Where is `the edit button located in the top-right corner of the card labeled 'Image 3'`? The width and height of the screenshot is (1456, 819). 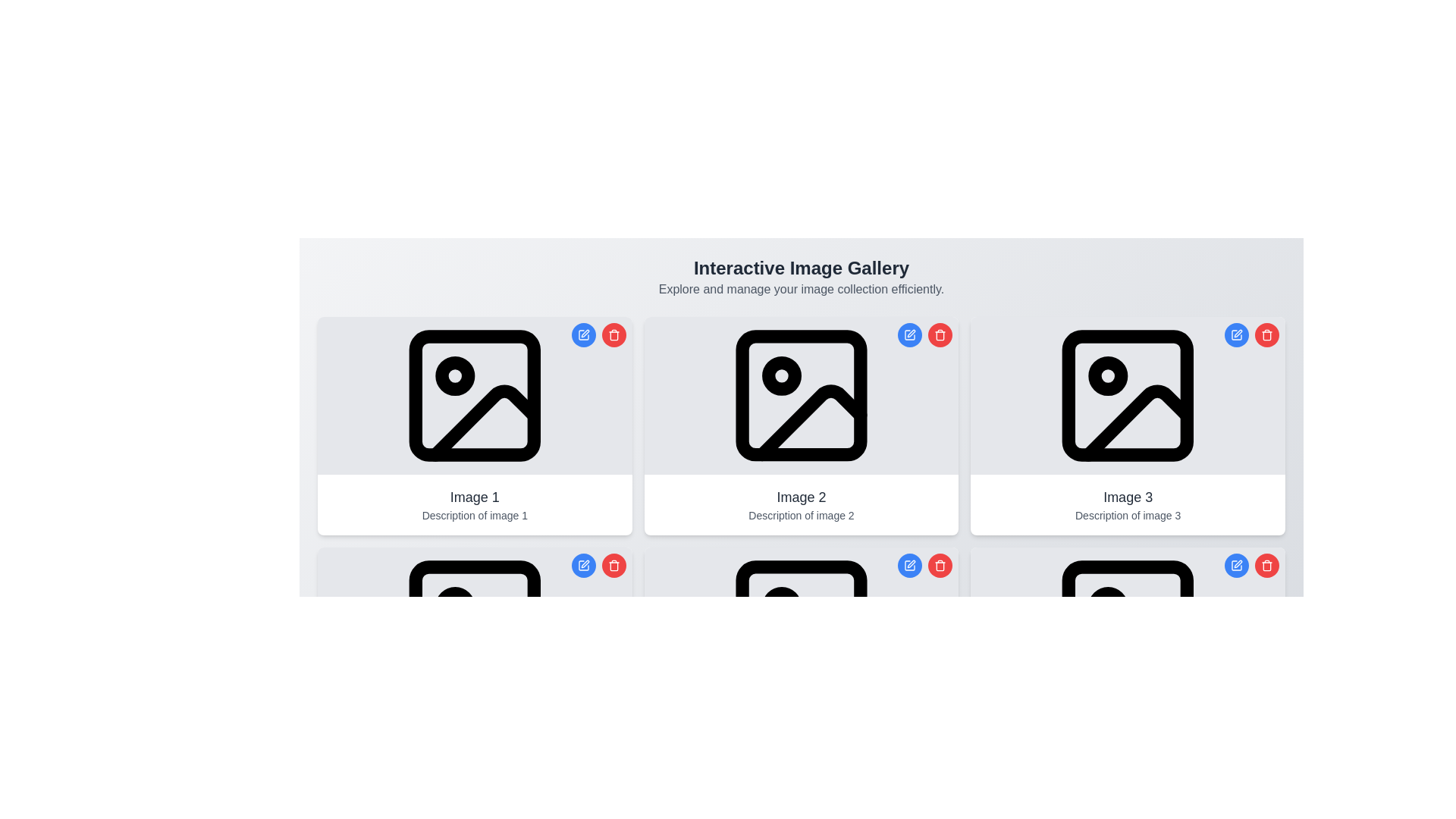 the edit button located in the top-right corner of the card labeled 'Image 3' is located at coordinates (1237, 334).